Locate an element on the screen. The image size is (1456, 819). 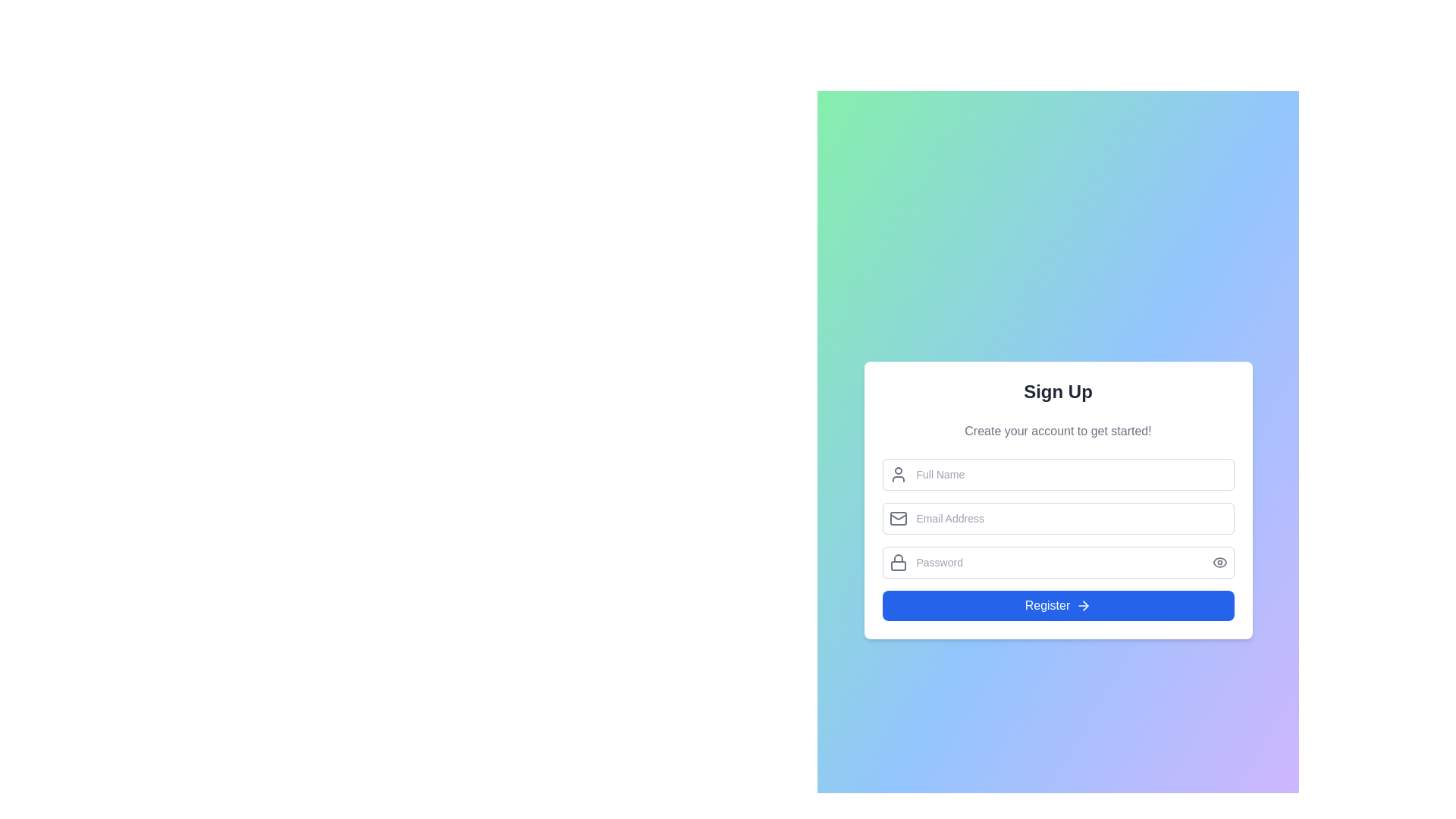
the email address input field used for registration, located in the 'Sign Up' section, which is the second input field in the vertical form layout is located at coordinates (1057, 517).